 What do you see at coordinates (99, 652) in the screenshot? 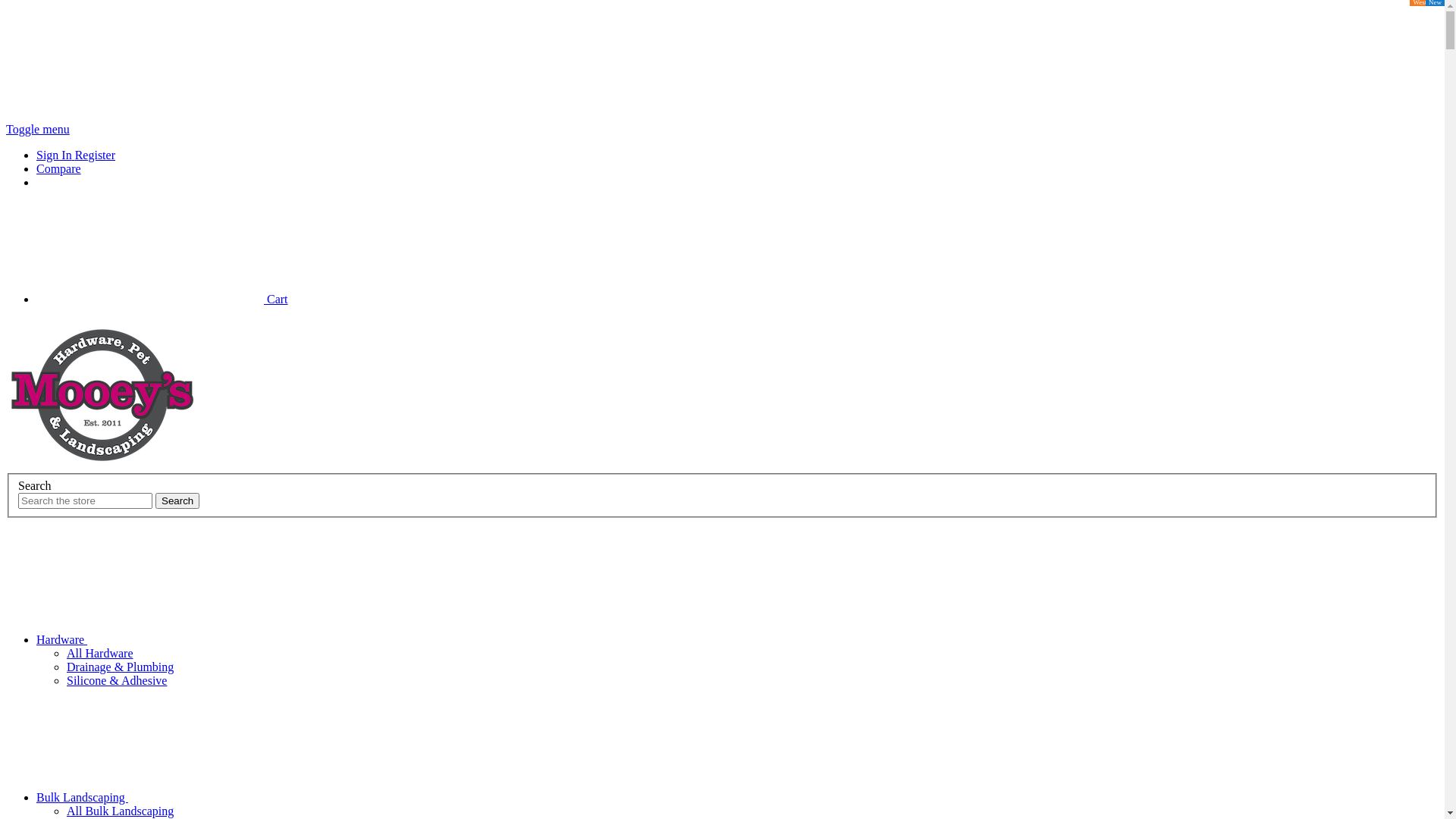
I see `'All Hardware'` at bounding box center [99, 652].